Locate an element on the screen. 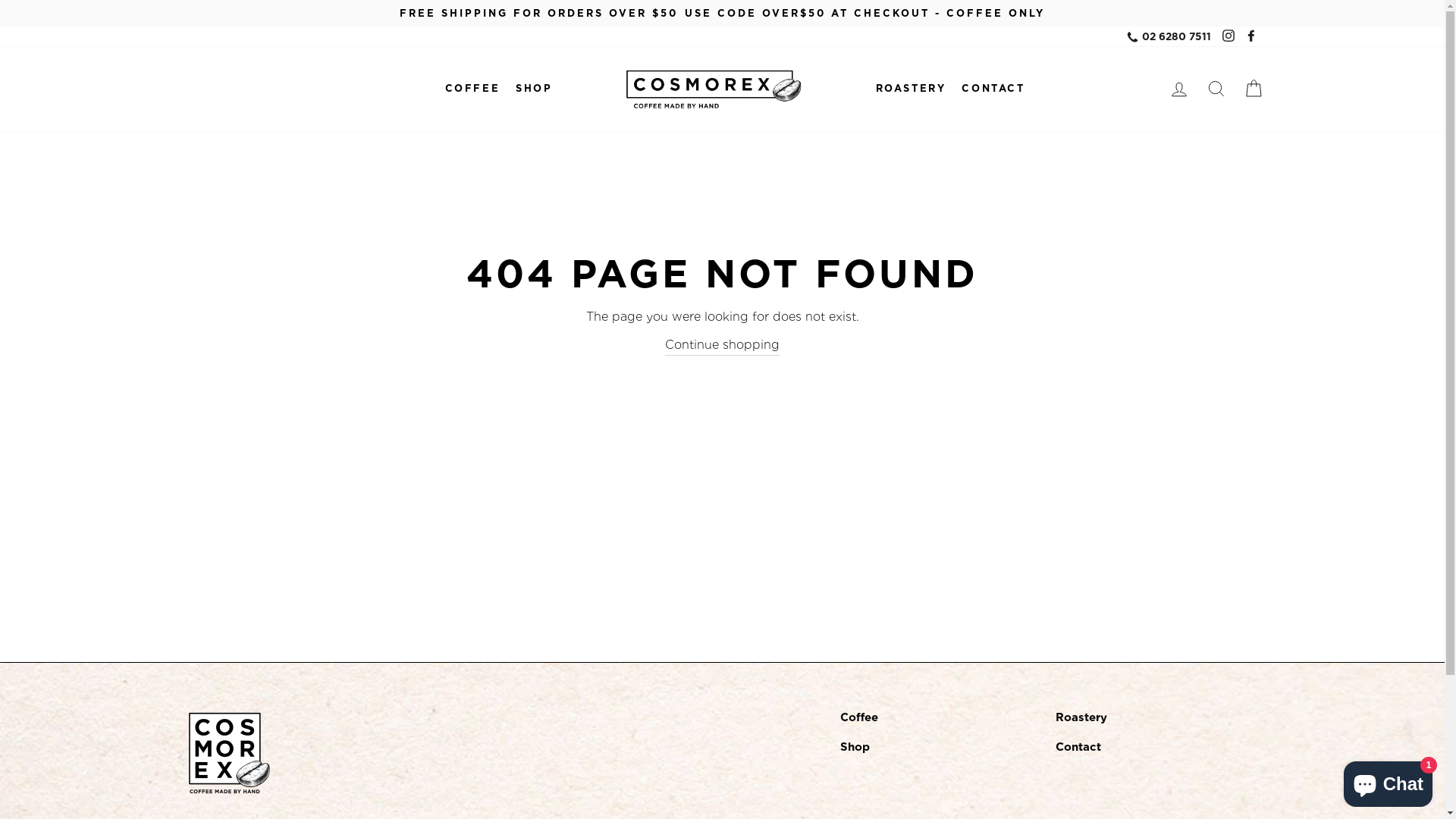 The width and height of the screenshot is (1456, 819). 'Continue shopping' is located at coordinates (721, 345).